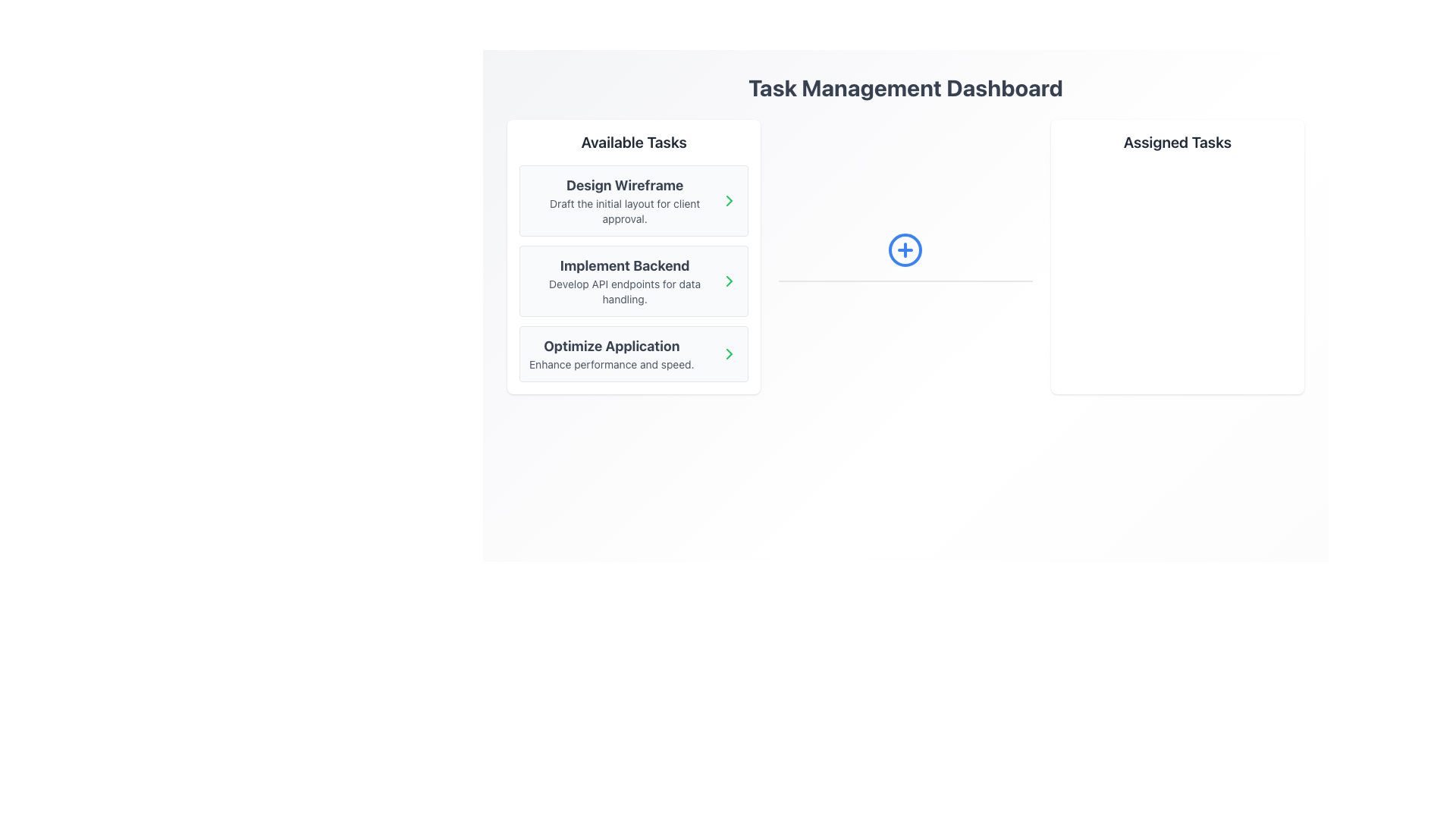 Image resolution: width=1456 pixels, height=819 pixels. I want to click on the task item labeled 'Implement Backend' in the 'Available Tasks' section, so click(625, 281).